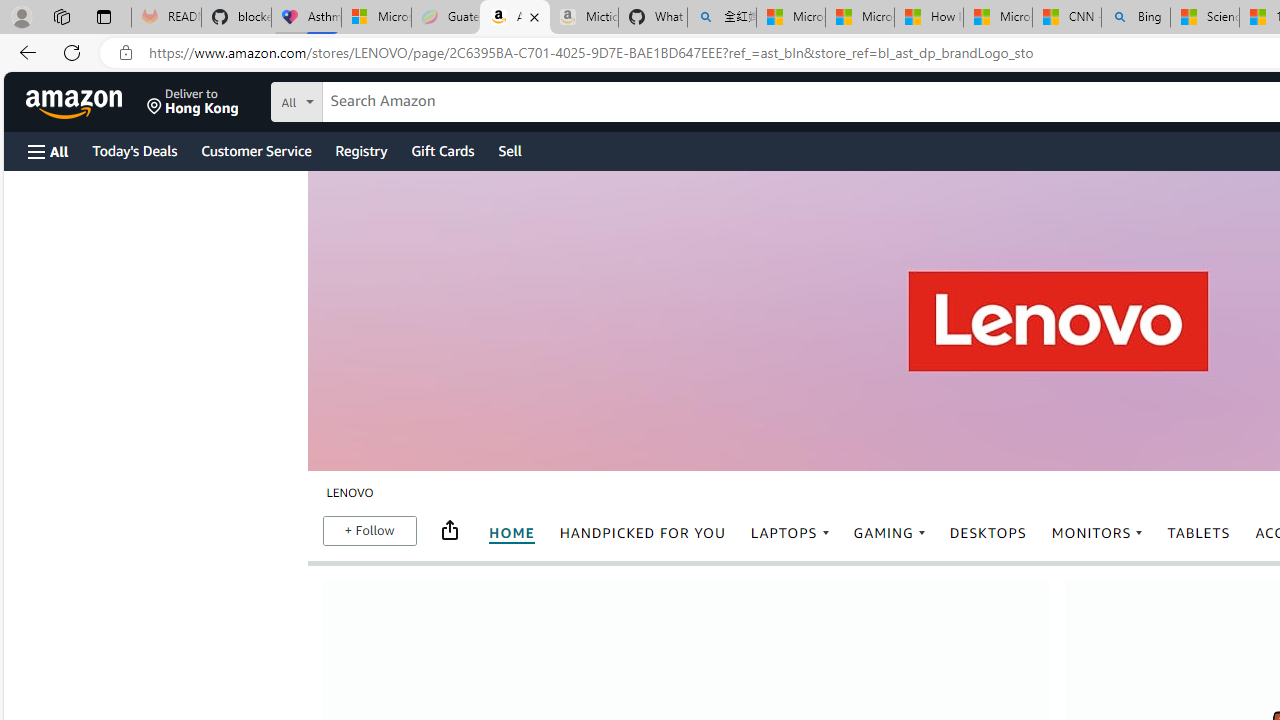 The image size is (1280, 720). What do you see at coordinates (888, 532) in the screenshot?
I see `'GAMING'` at bounding box center [888, 532].